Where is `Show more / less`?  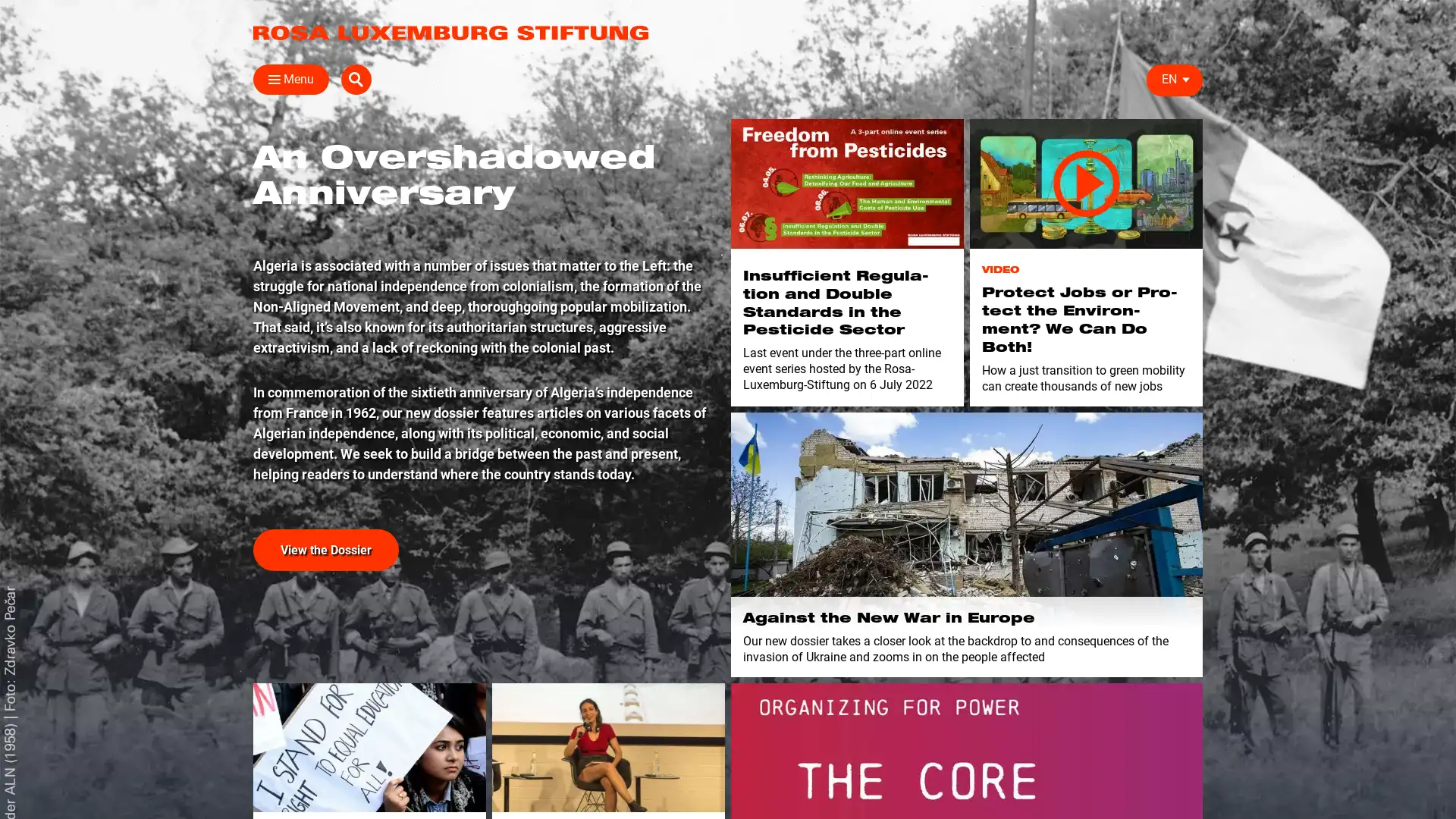
Show more / less is located at coordinates (246, 227).